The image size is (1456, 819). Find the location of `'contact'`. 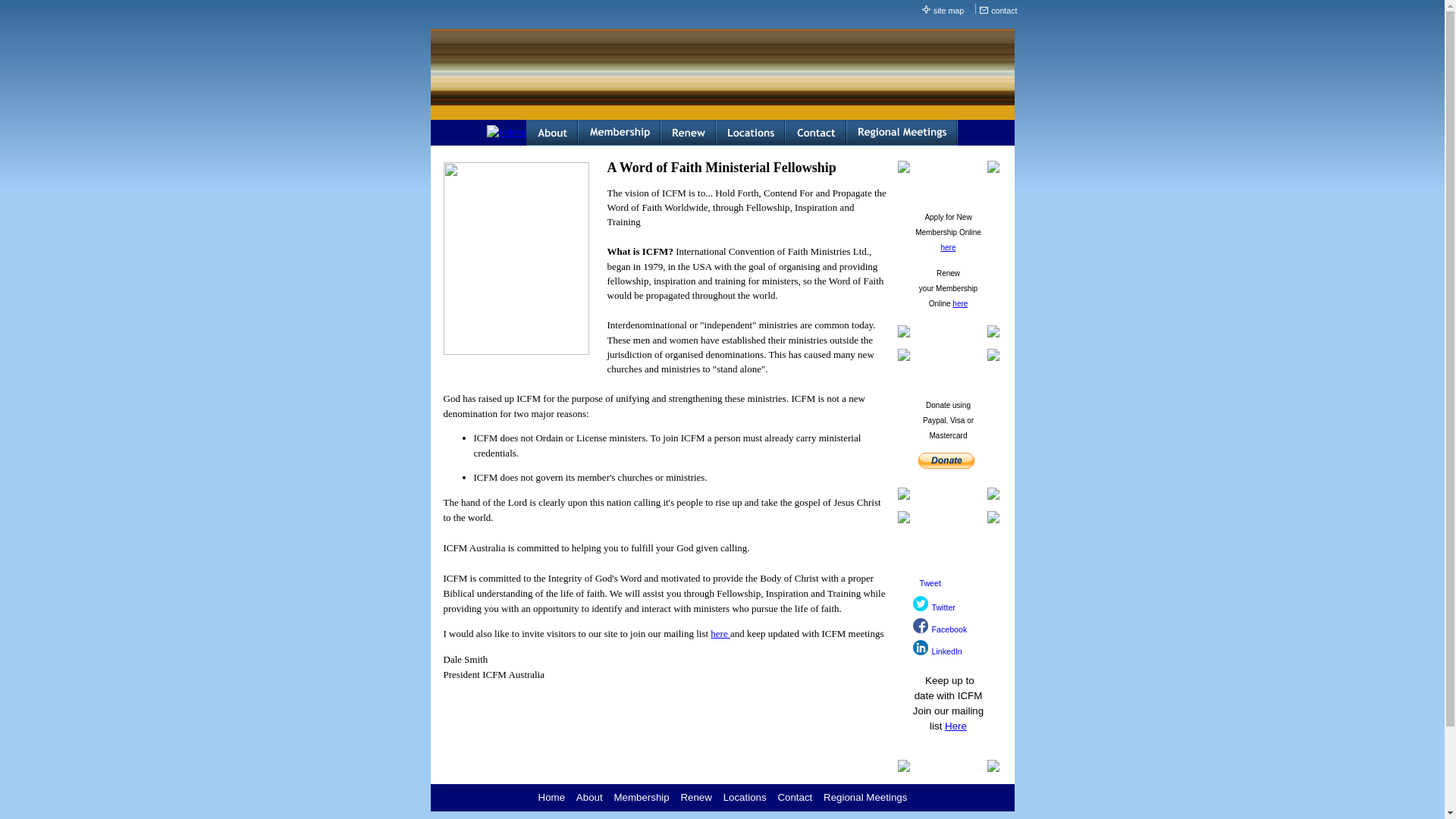

'contact' is located at coordinates (1004, 11).